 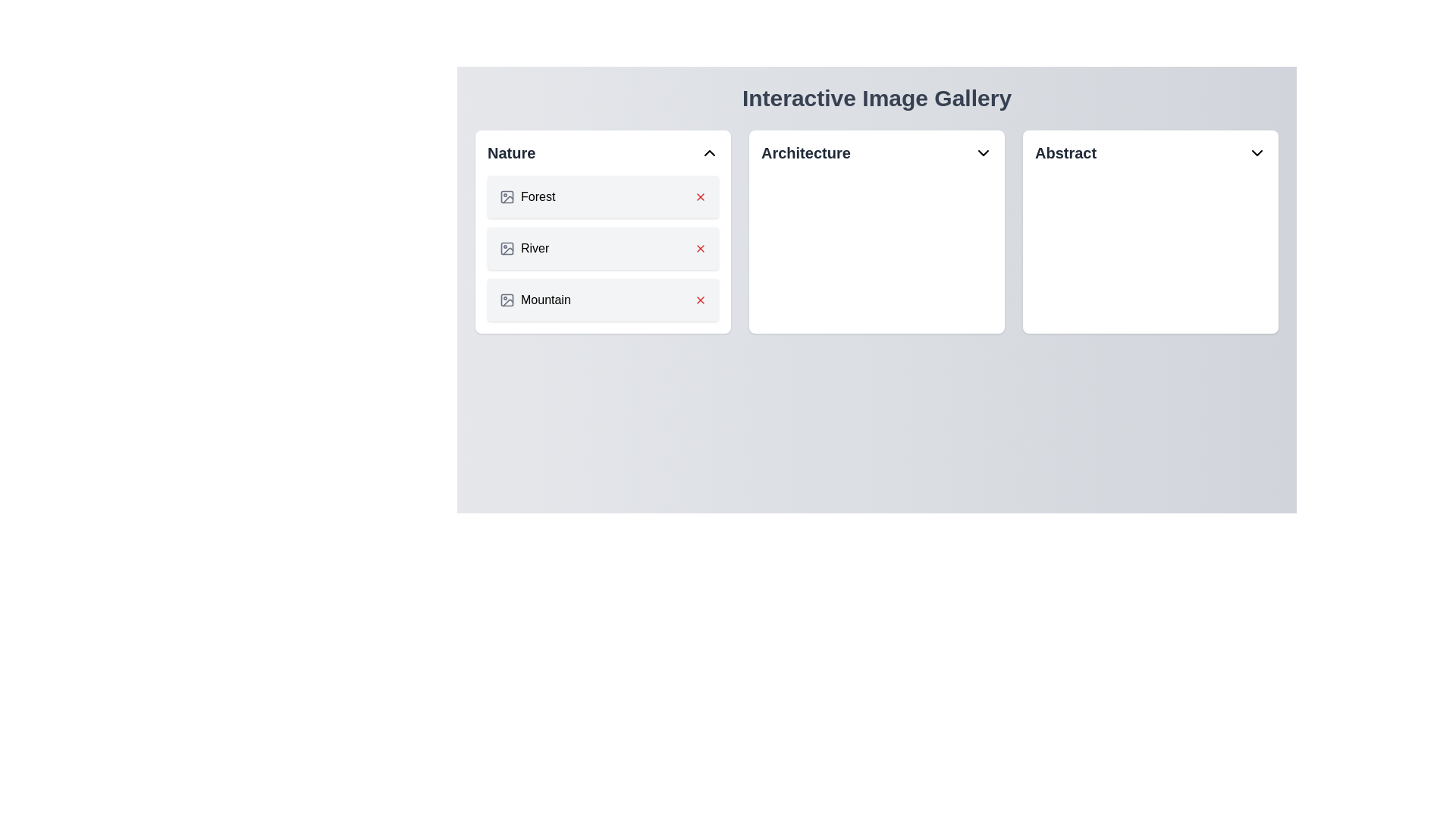 What do you see at coordinates (546, 300) in the screenshot?
I see `the 'Mountain' text label in the 'Nature' section, which is located below the 'River' list item` at bounding box center [546, 300].